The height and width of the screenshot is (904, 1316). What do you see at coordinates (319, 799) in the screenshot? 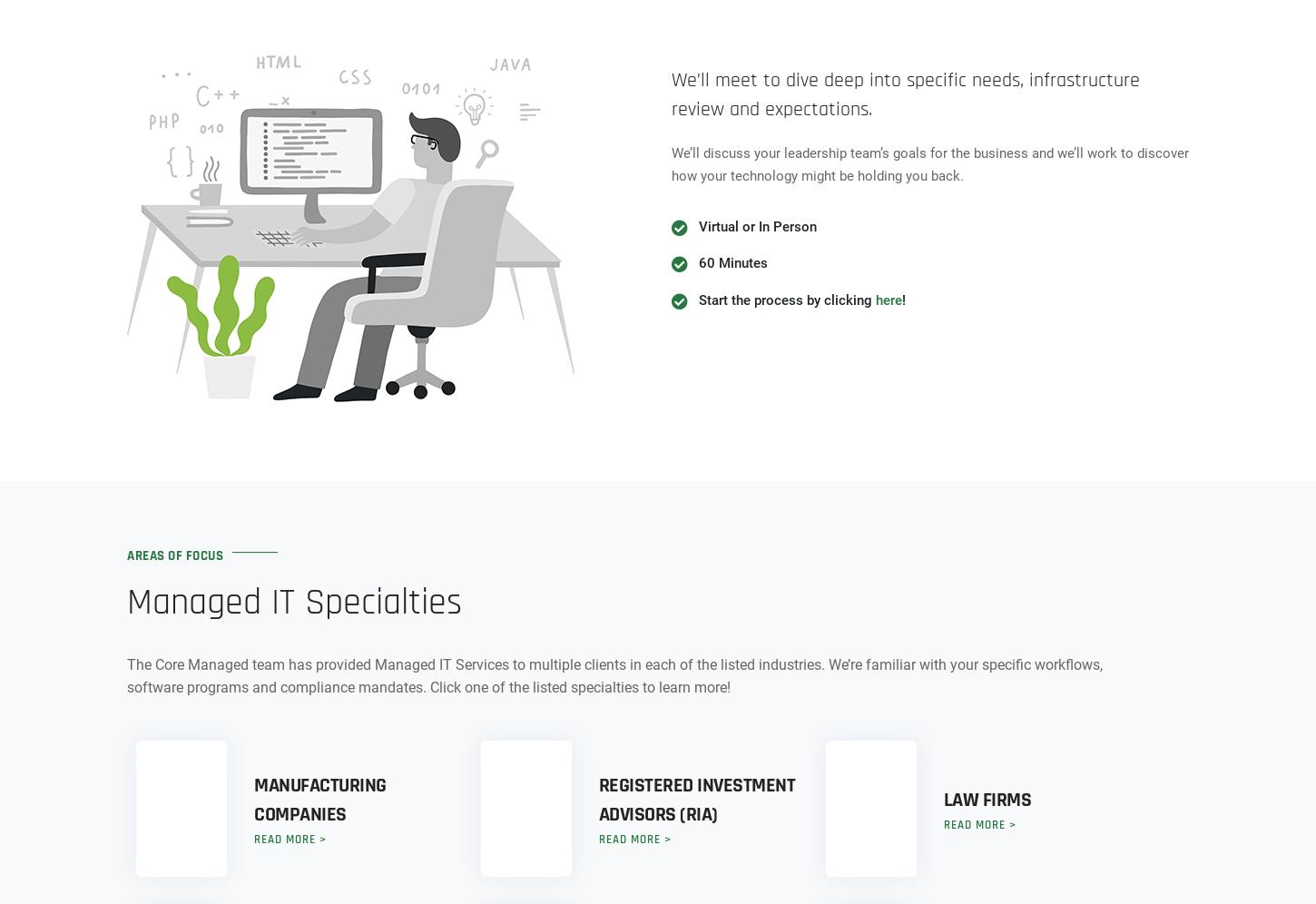
I see `'Manufacturing Companies'` at bounding box center [319, 799].